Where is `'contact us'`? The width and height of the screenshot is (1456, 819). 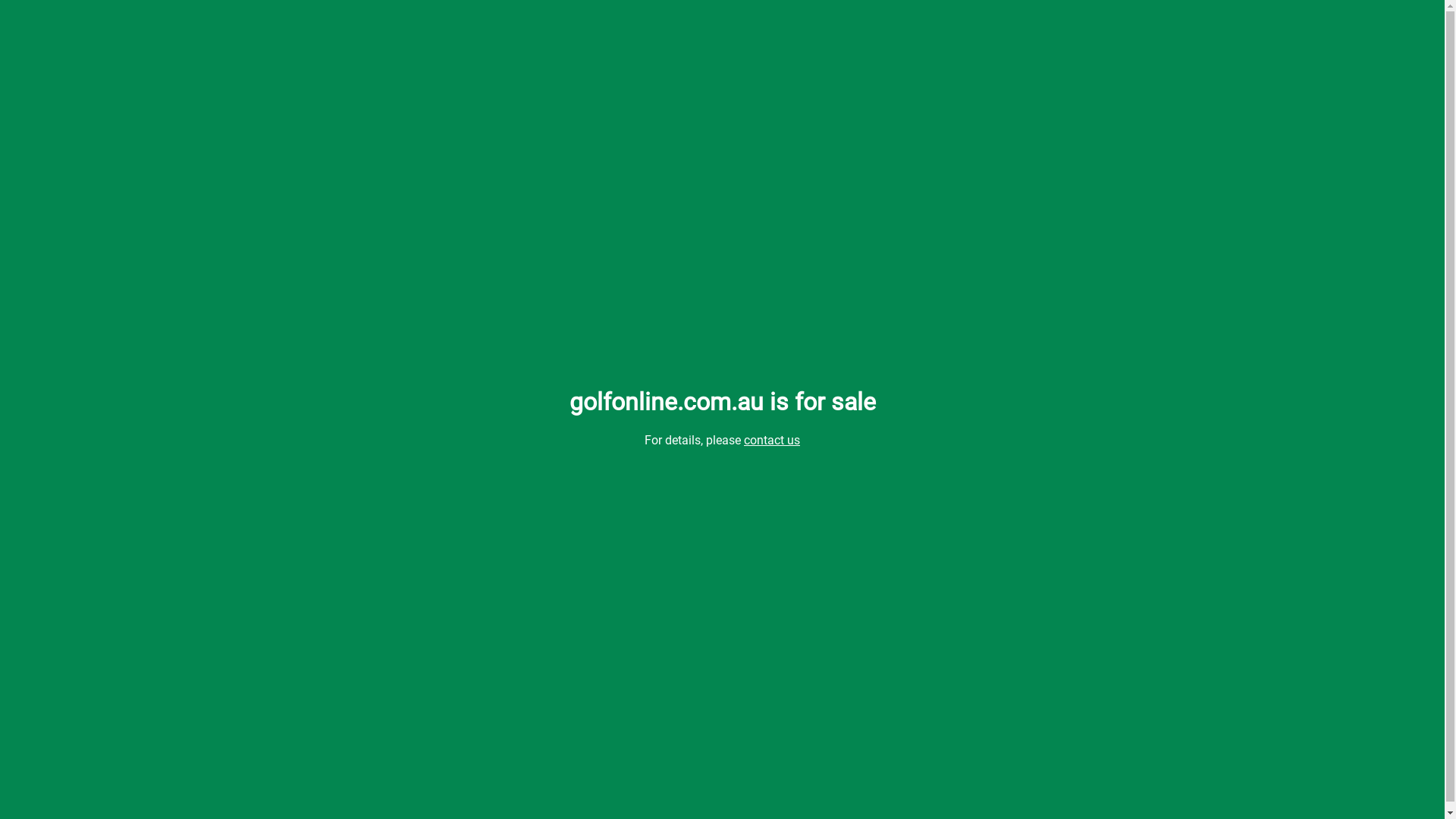 'contact us' is located at coordinates (771, 440).